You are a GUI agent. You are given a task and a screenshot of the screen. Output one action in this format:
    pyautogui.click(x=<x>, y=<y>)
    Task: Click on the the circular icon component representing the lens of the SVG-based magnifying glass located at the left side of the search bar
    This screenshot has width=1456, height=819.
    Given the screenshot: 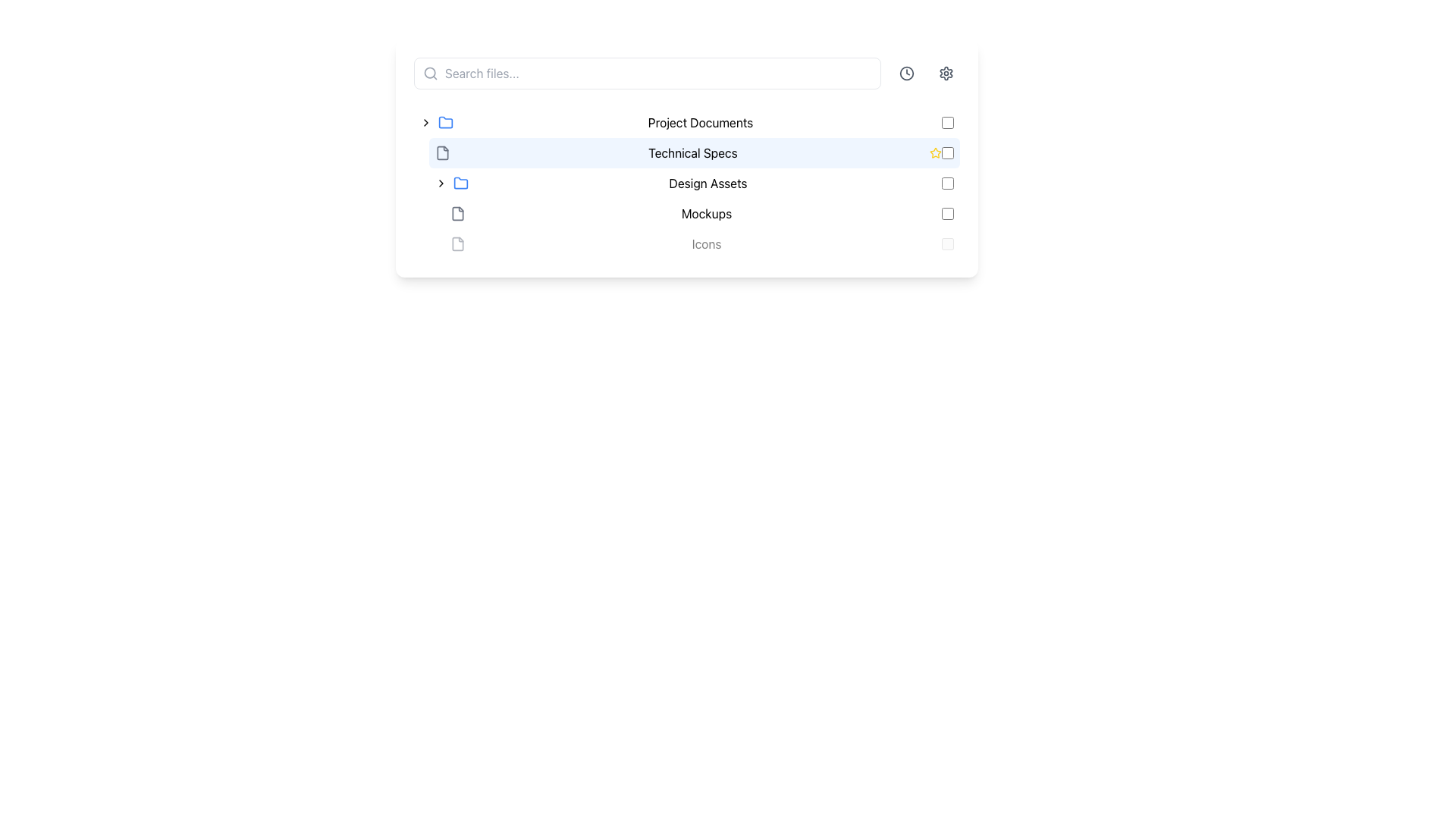 What is the action you would take?
    pyautogui.click(x=429, y=73)
    